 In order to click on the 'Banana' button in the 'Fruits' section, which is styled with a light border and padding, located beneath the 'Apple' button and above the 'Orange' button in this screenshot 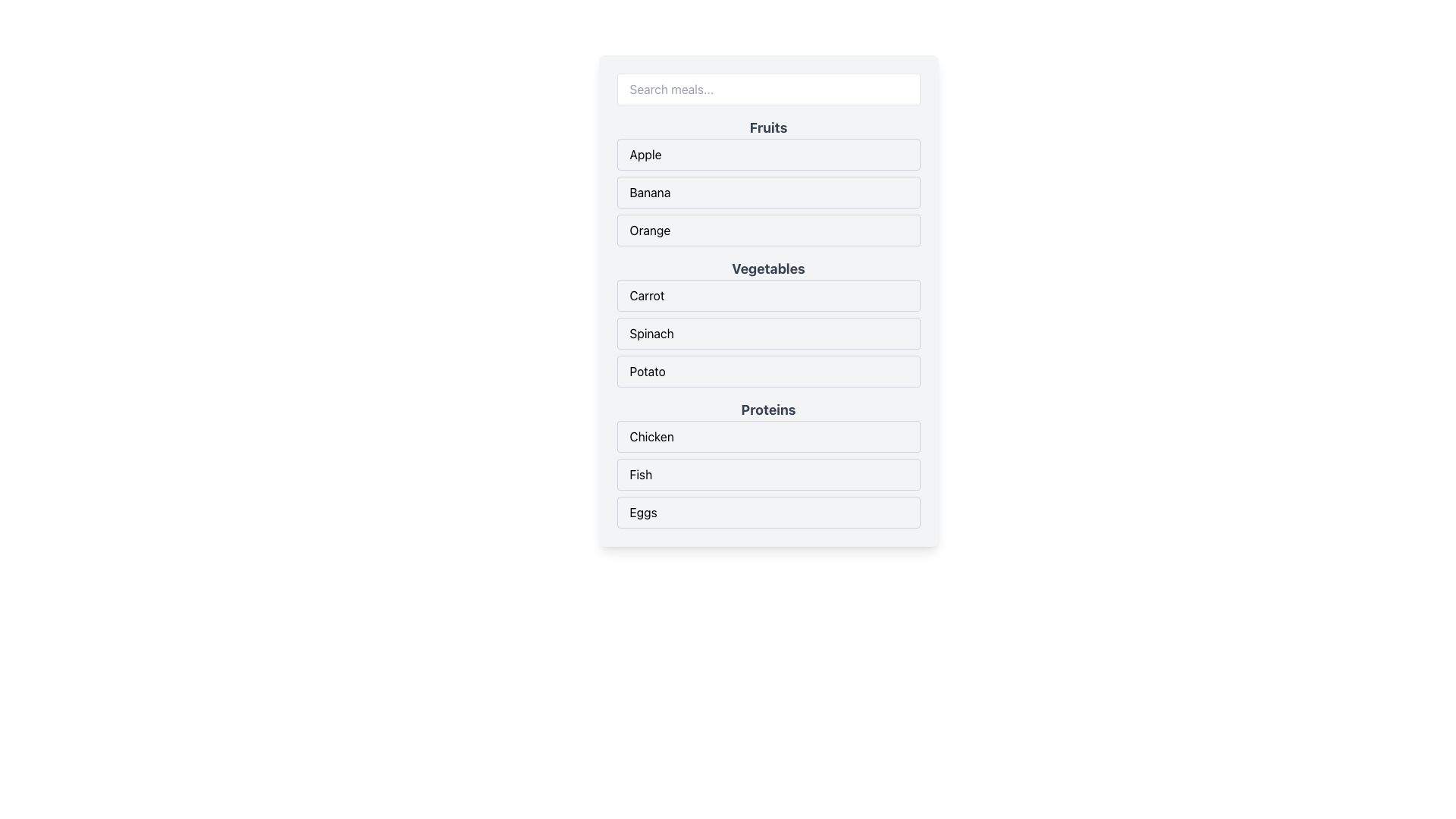, I will do `click(768, 180)`.